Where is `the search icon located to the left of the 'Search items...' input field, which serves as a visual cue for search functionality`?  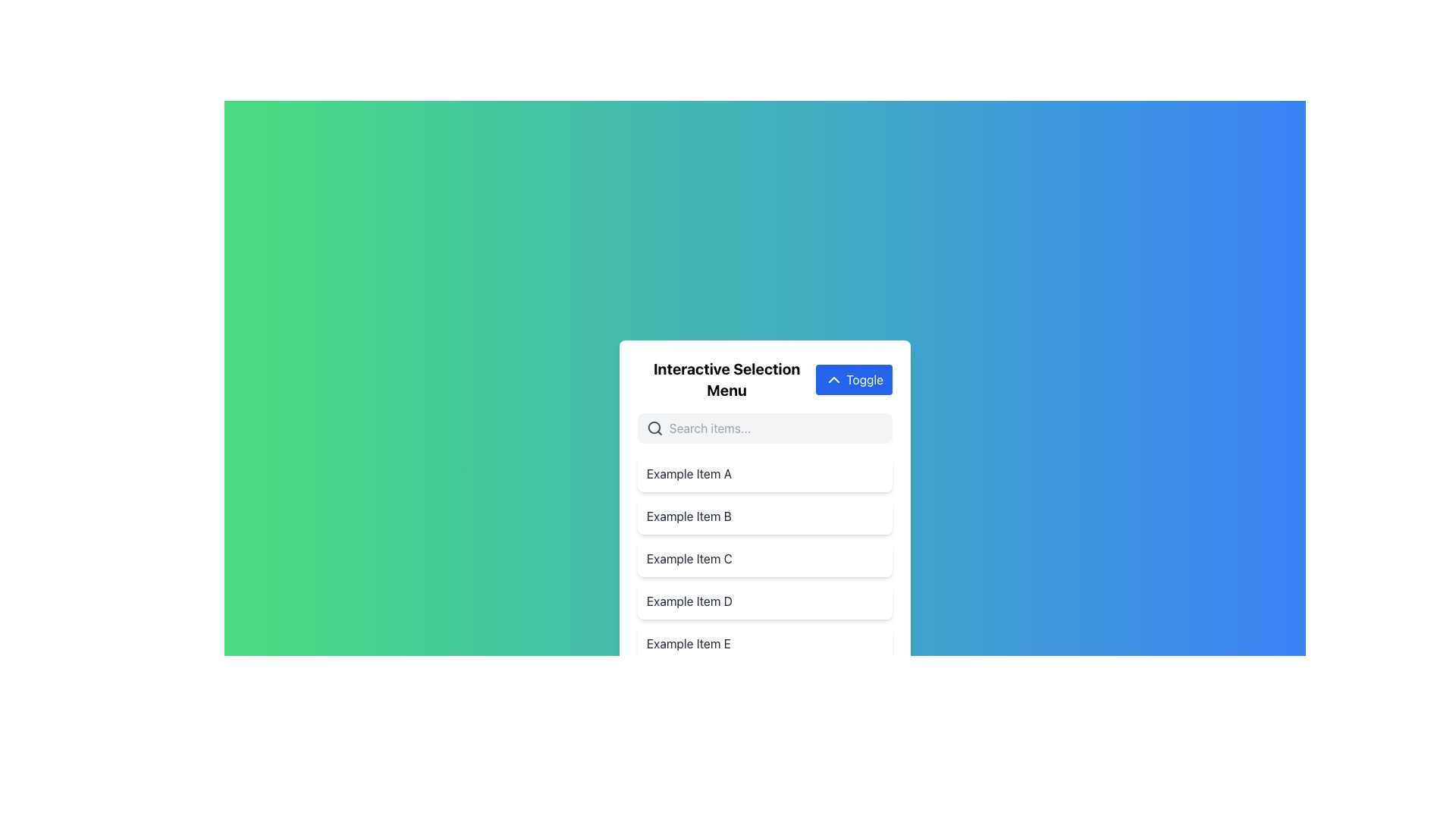 the search icon located to the left of the 'Search items...' input field, which serves as a visual cue for search functionality is located at coordinates (654, 428).